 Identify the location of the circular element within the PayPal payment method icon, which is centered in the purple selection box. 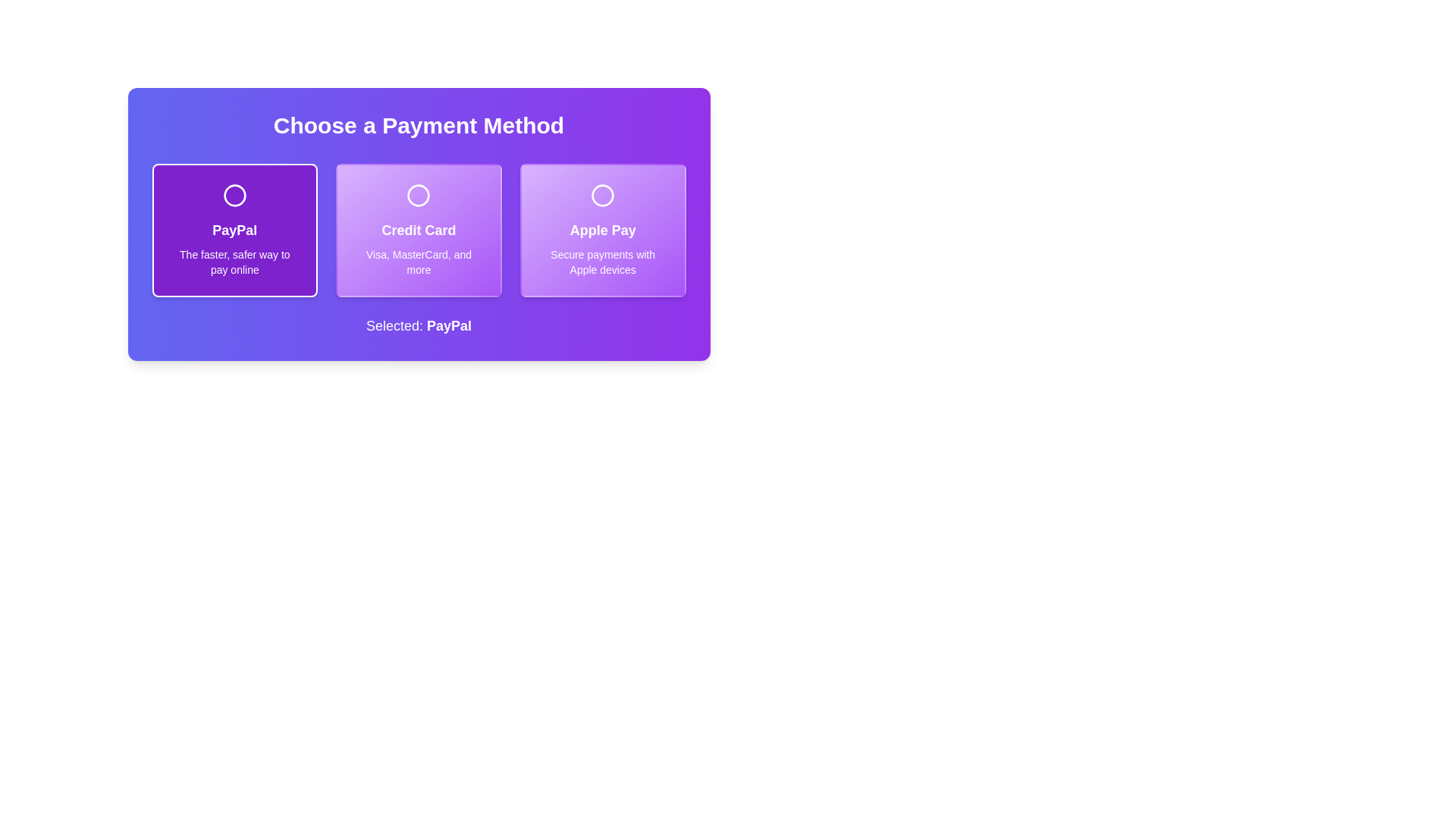
(234, 195).